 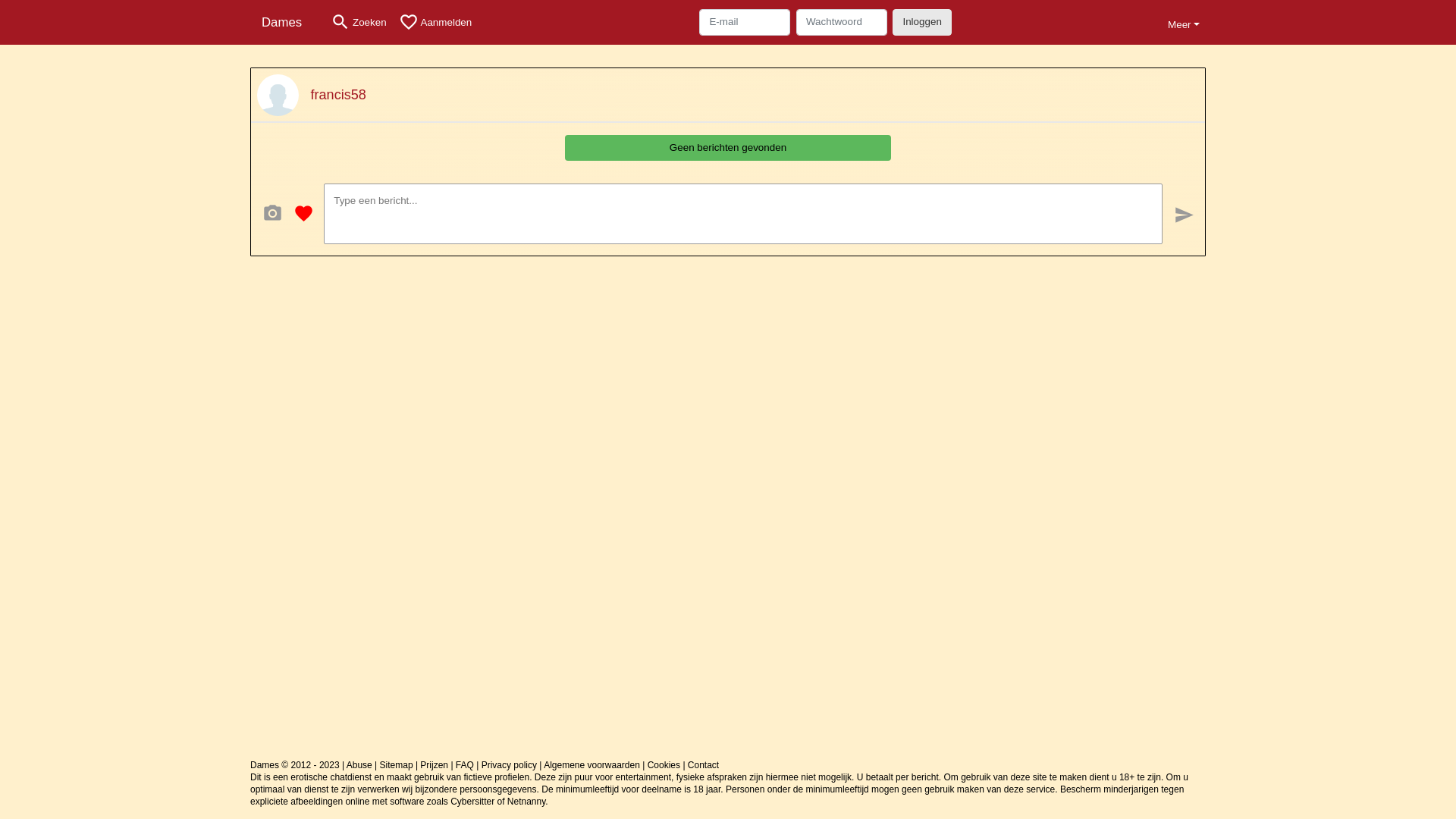 What do you see at coordinates (433, 765) in the screenshot?
I see `'Prijzen'` at bounding box center [433, 765].